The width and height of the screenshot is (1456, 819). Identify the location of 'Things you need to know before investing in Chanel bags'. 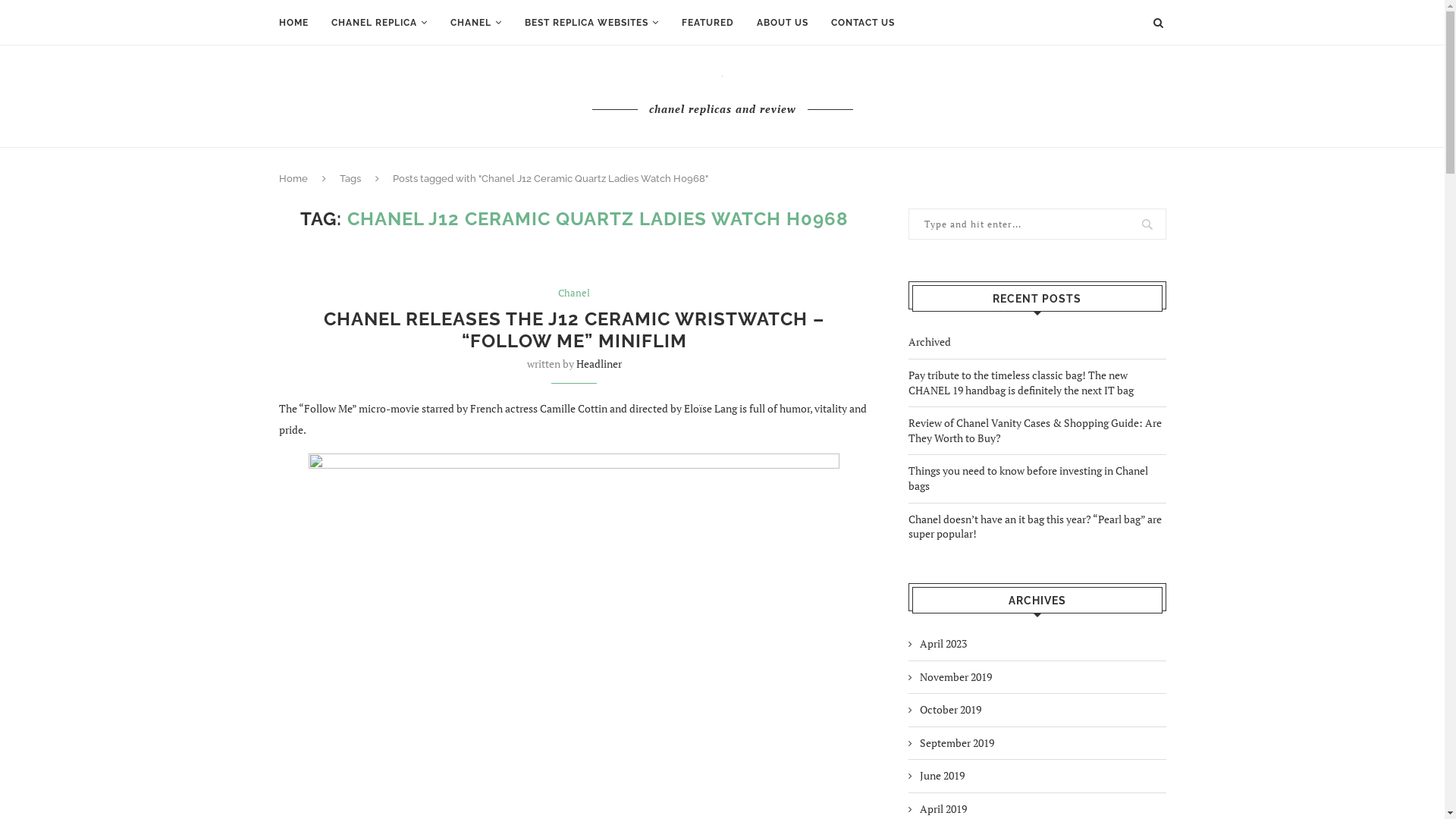
(1028, 478).